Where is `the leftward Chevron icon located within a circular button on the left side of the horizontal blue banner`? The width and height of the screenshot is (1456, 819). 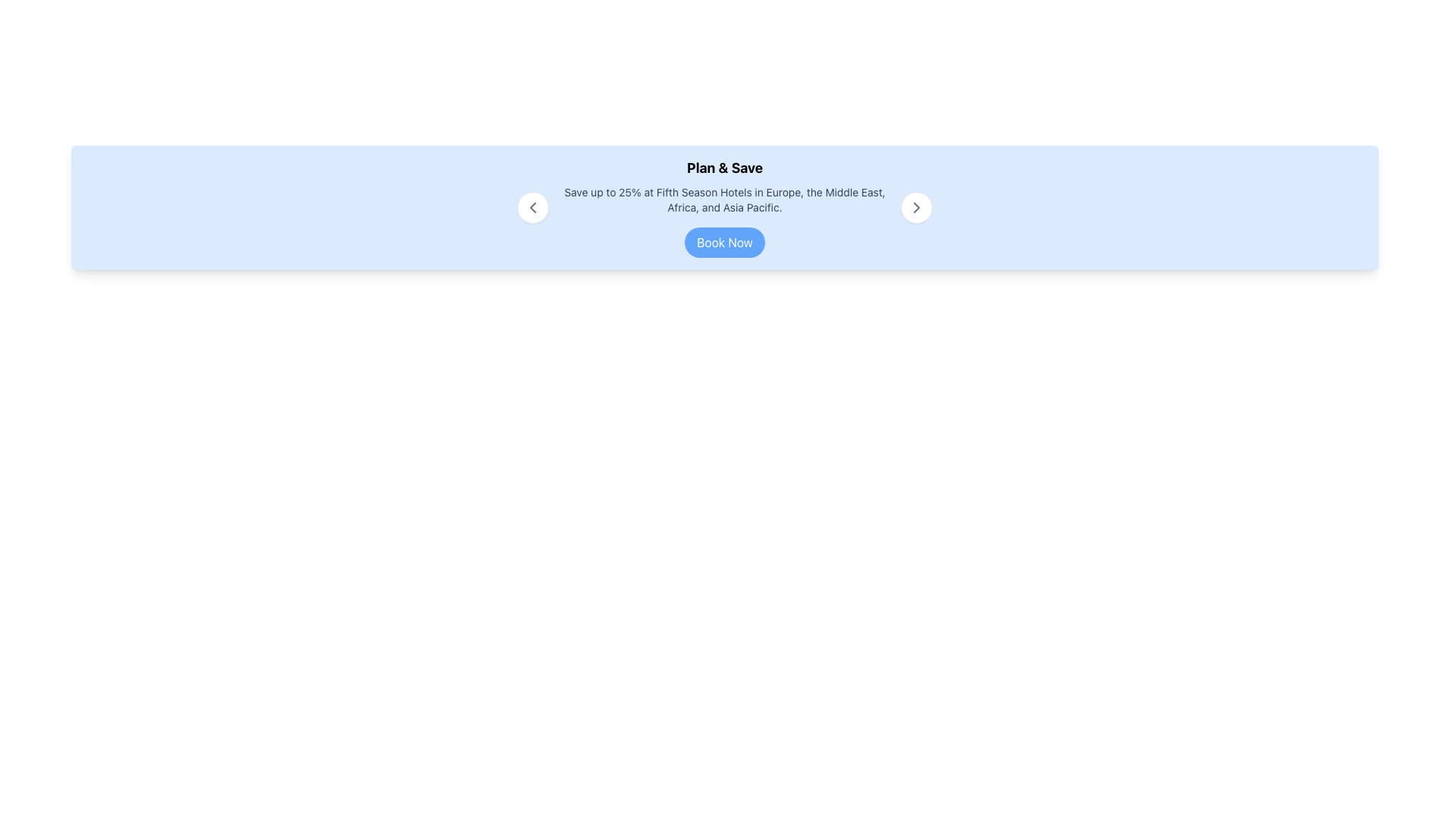
the leftward Chevron icon located within a circular button on the left side of the horizontal blue banner is located at coordinates (532, 207).